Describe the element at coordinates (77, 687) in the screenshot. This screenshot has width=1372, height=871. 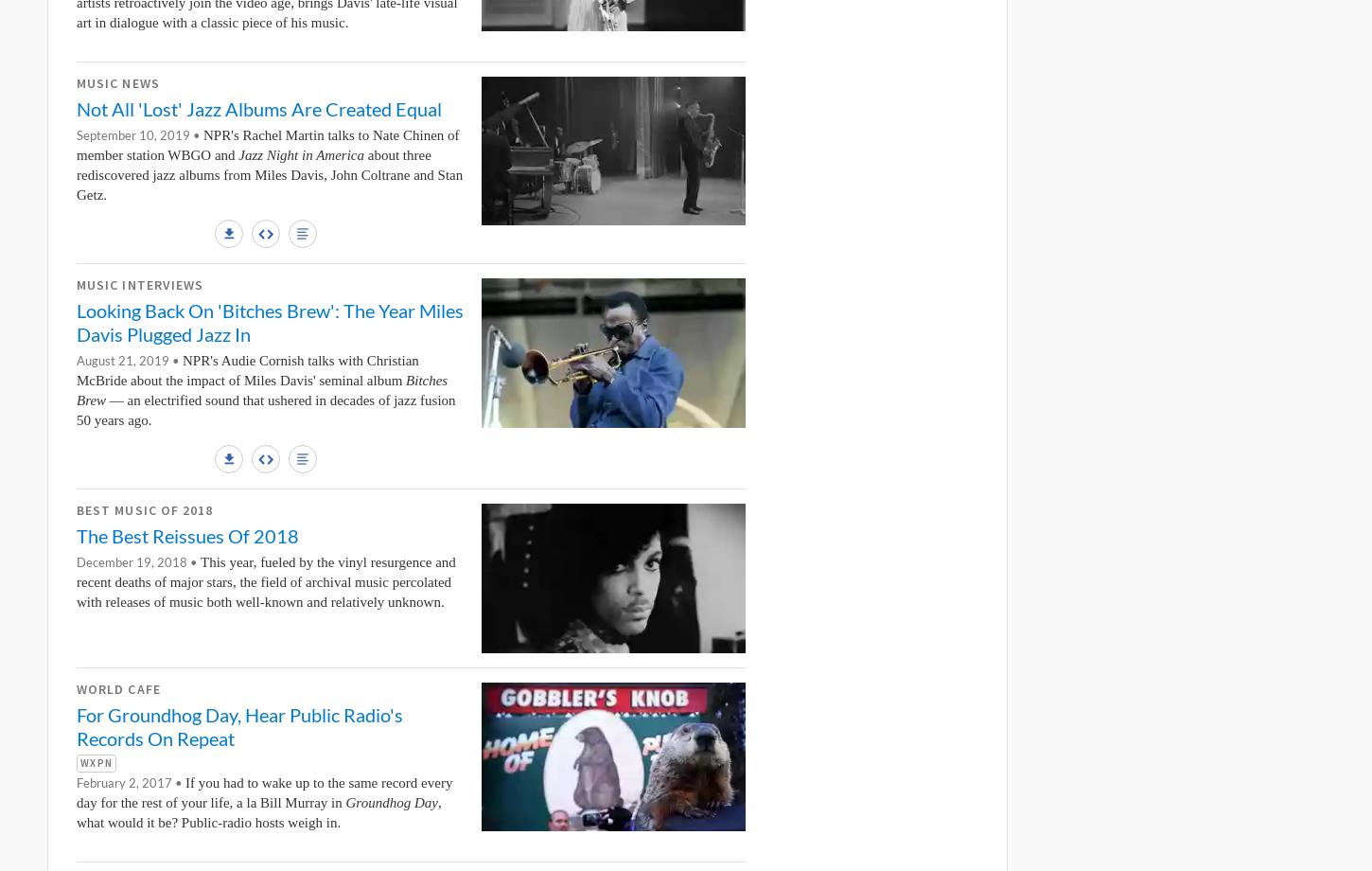
I see `'World Cafe'` at that location.